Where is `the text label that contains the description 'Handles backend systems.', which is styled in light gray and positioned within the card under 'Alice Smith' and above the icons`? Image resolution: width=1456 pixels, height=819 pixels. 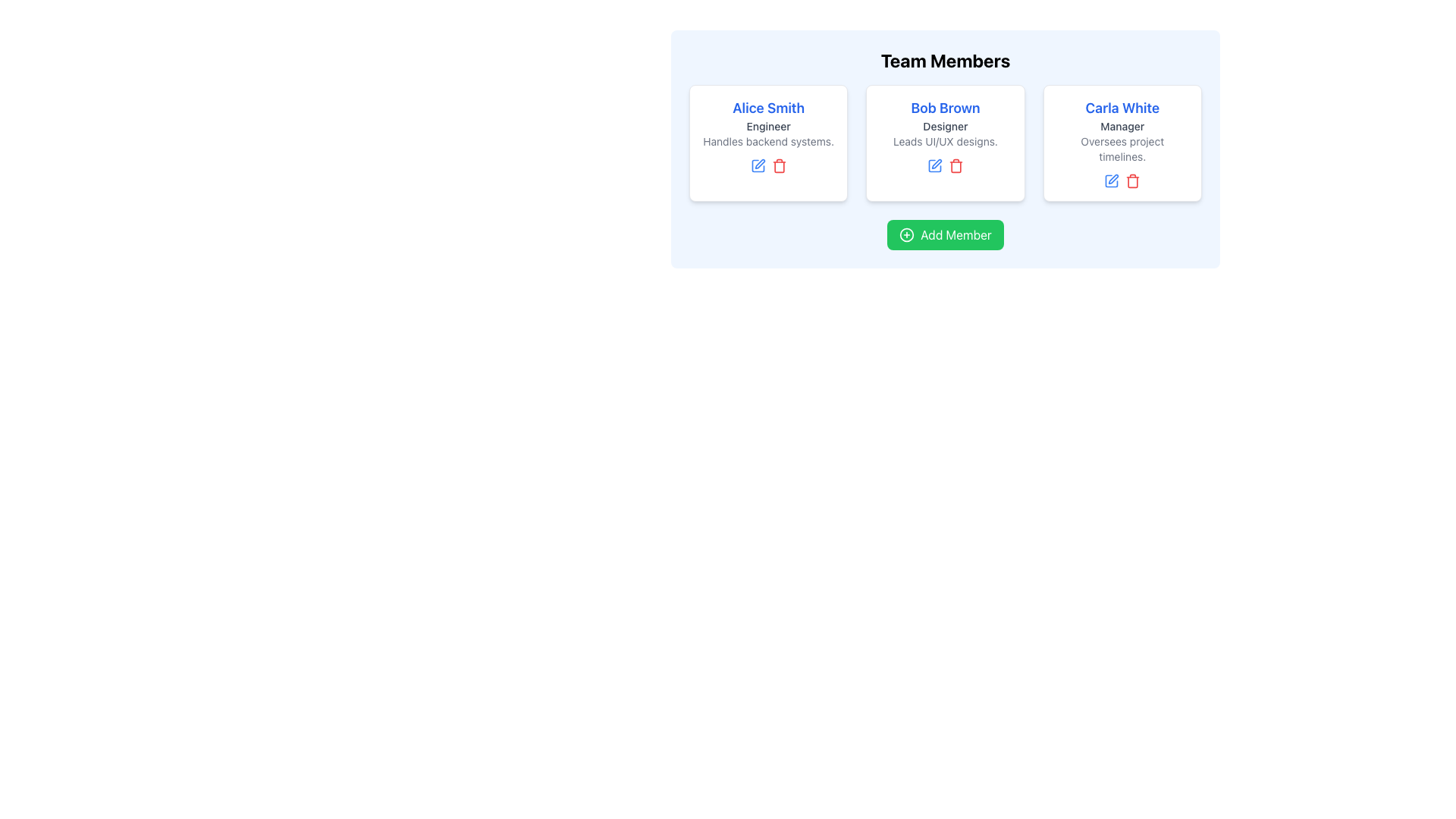
the text label that contains the description 'Handles backend systems.', which is styled in light gray and positioned within the card under 'Alice Smith' and above the icons is located at coordinates (768, 141).